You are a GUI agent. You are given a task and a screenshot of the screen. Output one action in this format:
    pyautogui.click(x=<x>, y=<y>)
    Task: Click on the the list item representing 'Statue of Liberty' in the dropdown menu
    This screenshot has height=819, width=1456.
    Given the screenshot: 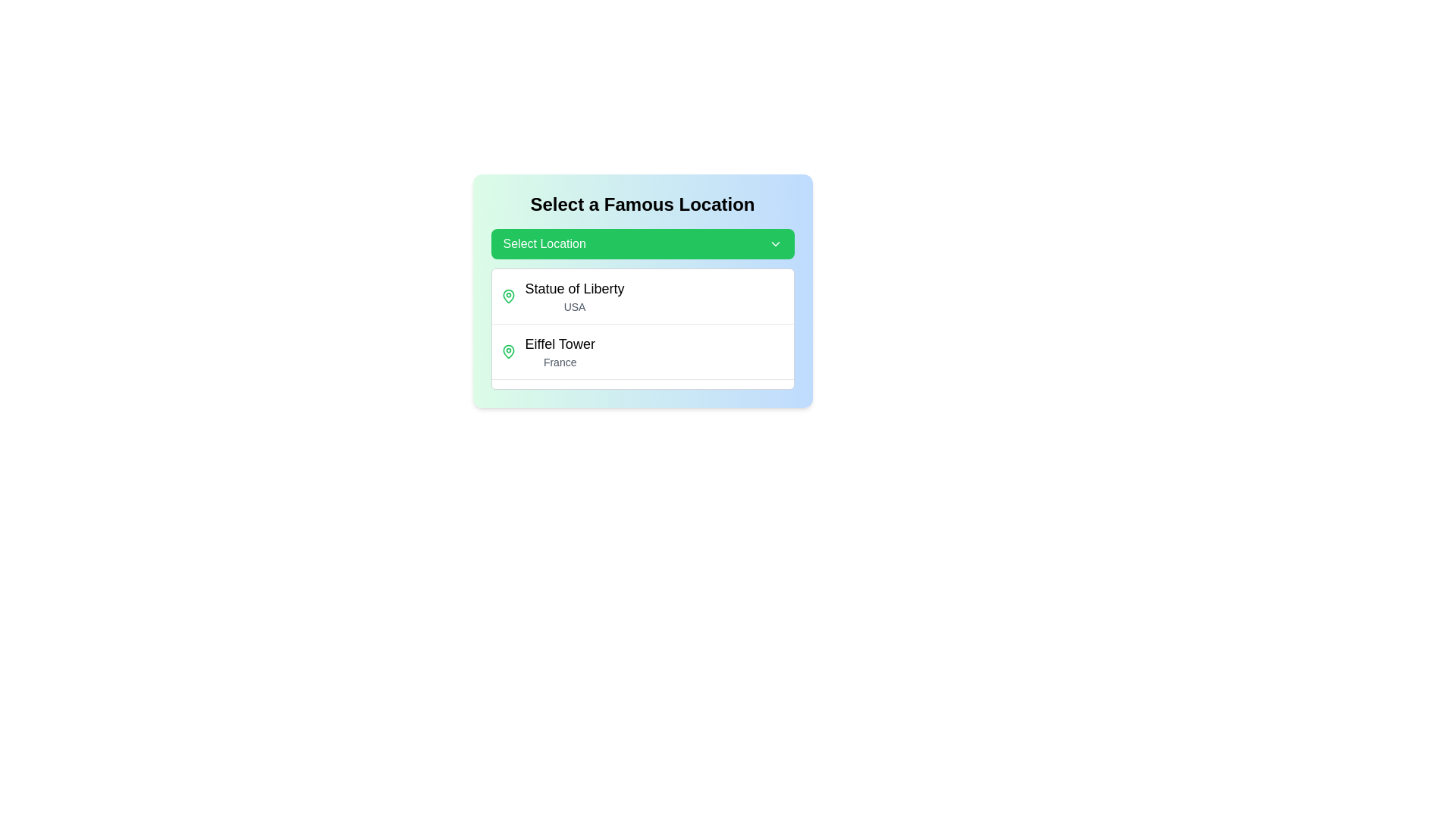 What is the action you would take?
    pyautogui.click(x=574, y=296)
    